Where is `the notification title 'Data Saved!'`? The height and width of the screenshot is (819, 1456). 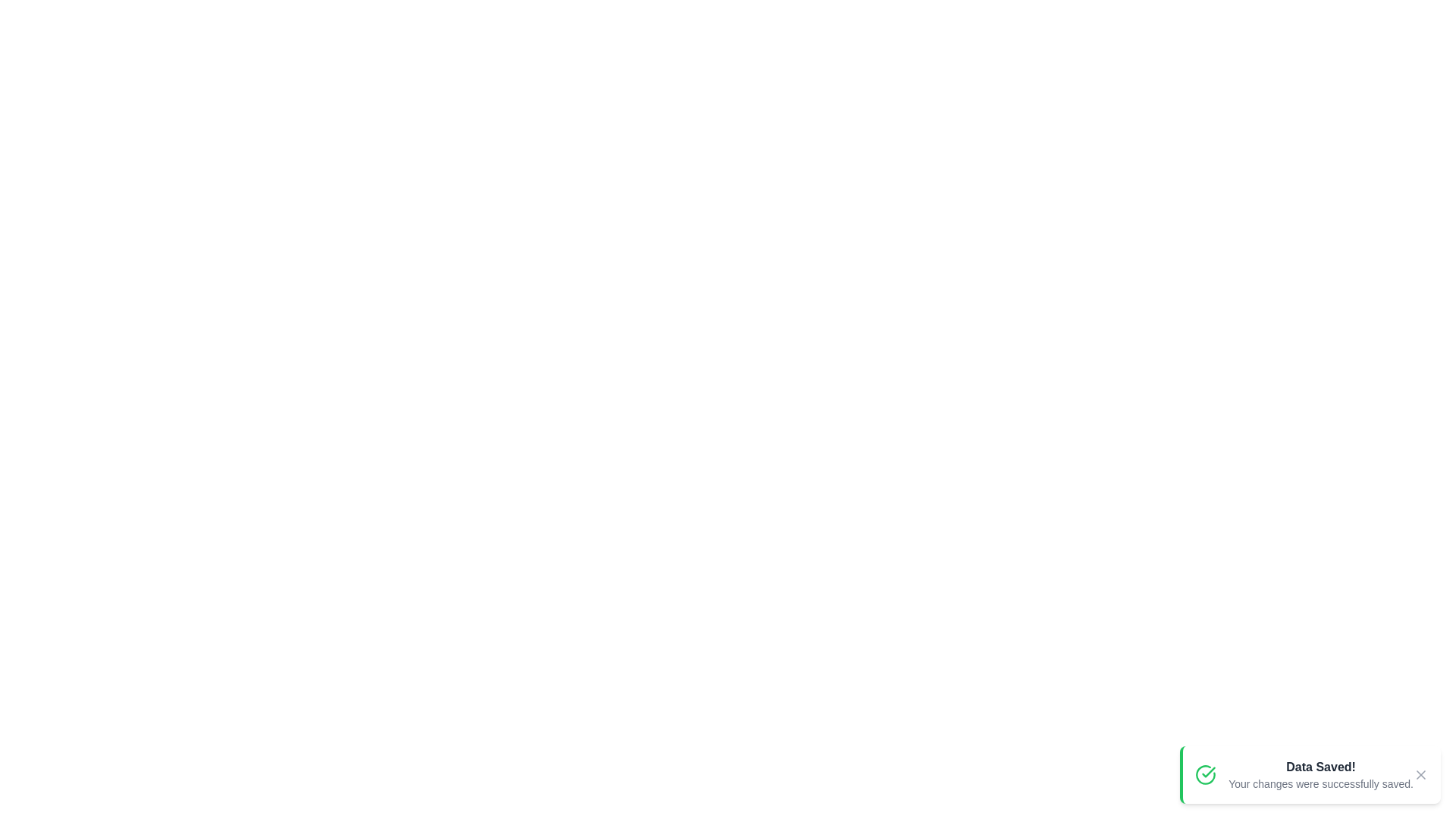 the notification title 'Data Saved!' is located at coordinates (1320, 767).